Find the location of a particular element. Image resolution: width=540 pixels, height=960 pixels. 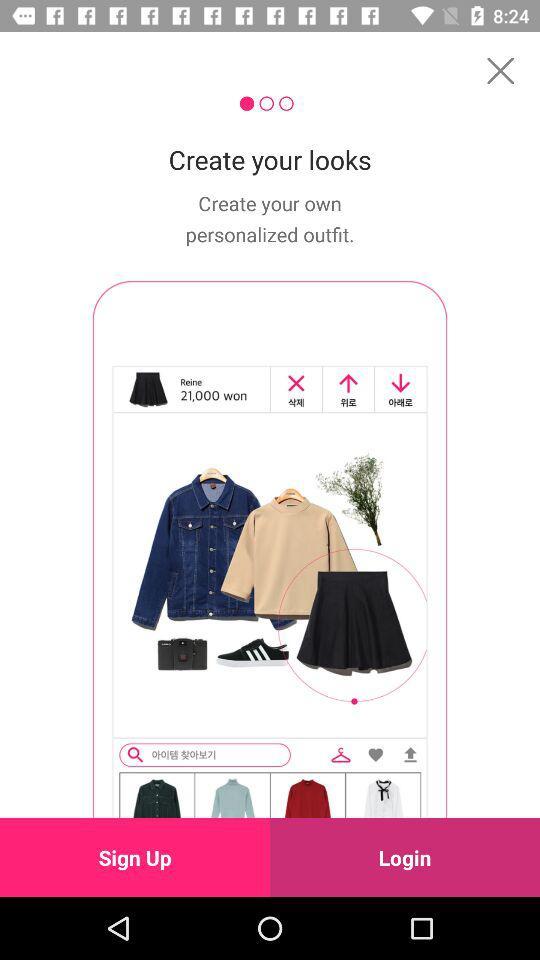

the item next to sign up icon is located at coordinates (405, 856).